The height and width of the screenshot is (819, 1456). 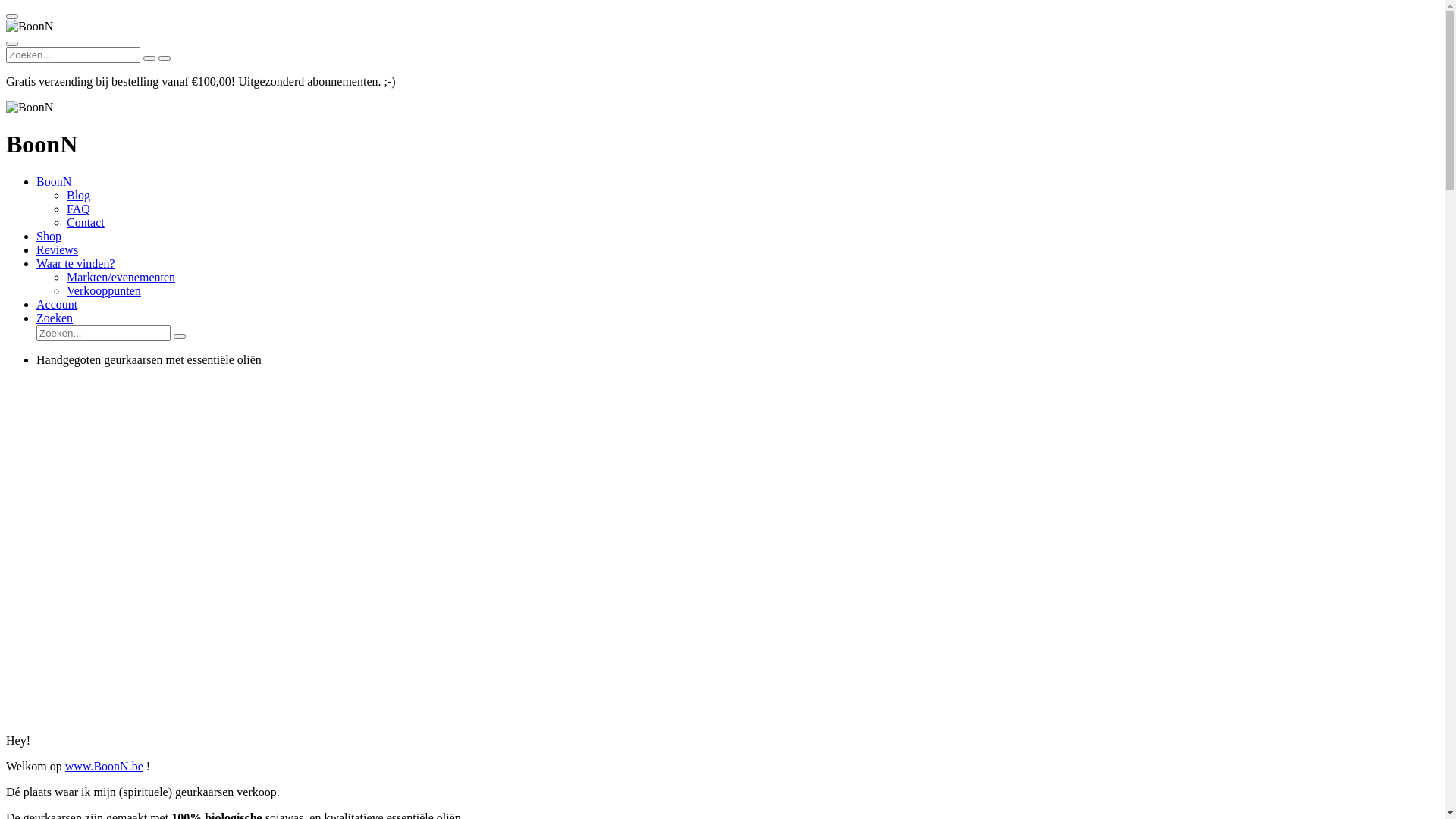 What do you see at coordinates (65, 277) in the screenshot?
I see `'Markten/evenementen'` at bounding box center [65, 277].